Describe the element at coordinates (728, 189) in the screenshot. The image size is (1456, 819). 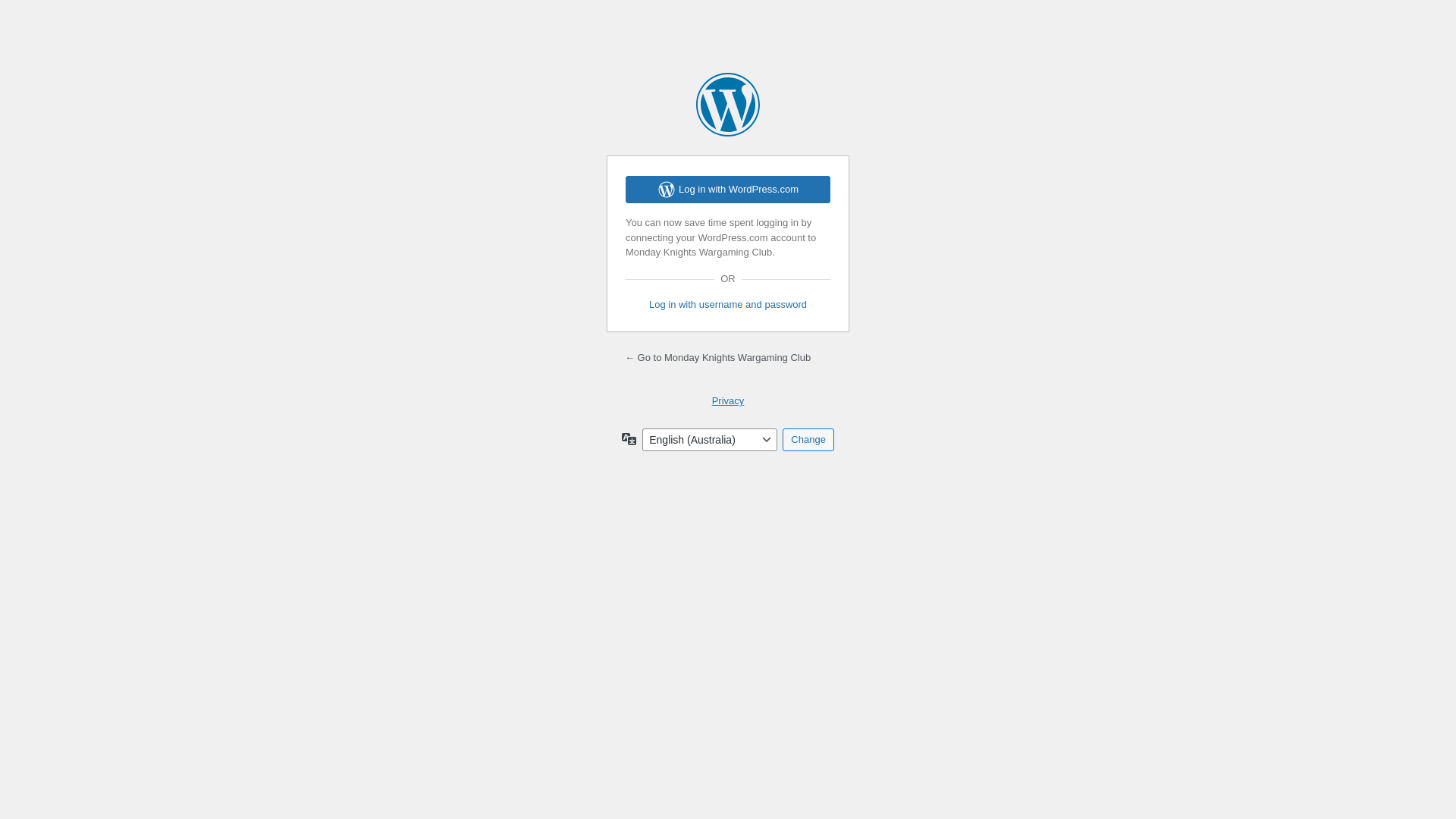
I see `'Log in with WordPress.com'` at that location.